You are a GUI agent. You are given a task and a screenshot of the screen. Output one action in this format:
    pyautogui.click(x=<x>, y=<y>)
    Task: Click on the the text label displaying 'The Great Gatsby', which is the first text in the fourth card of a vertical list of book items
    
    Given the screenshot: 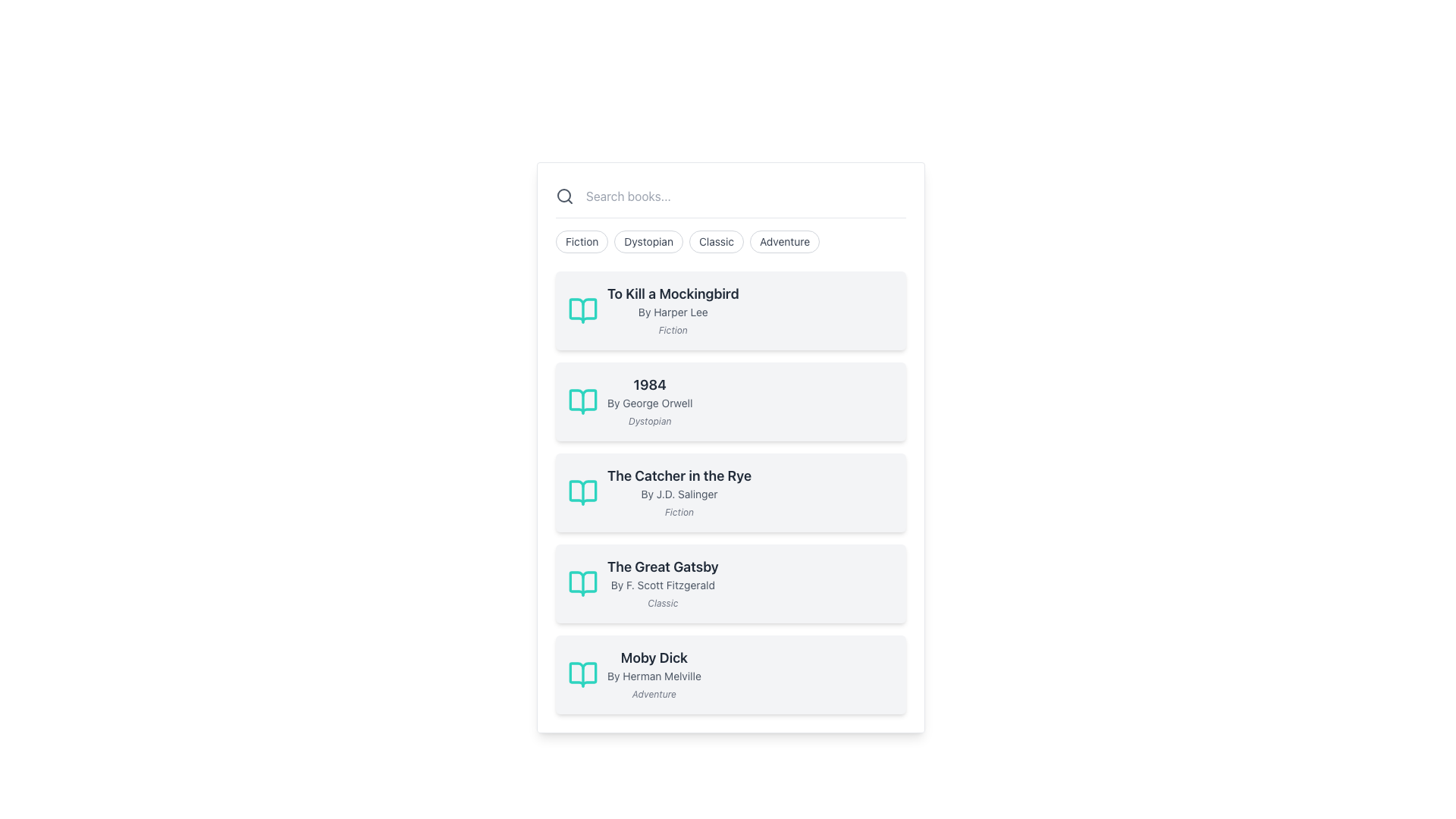 What is the action you would take?
    pyautogui.click(x=663, y=567)
    